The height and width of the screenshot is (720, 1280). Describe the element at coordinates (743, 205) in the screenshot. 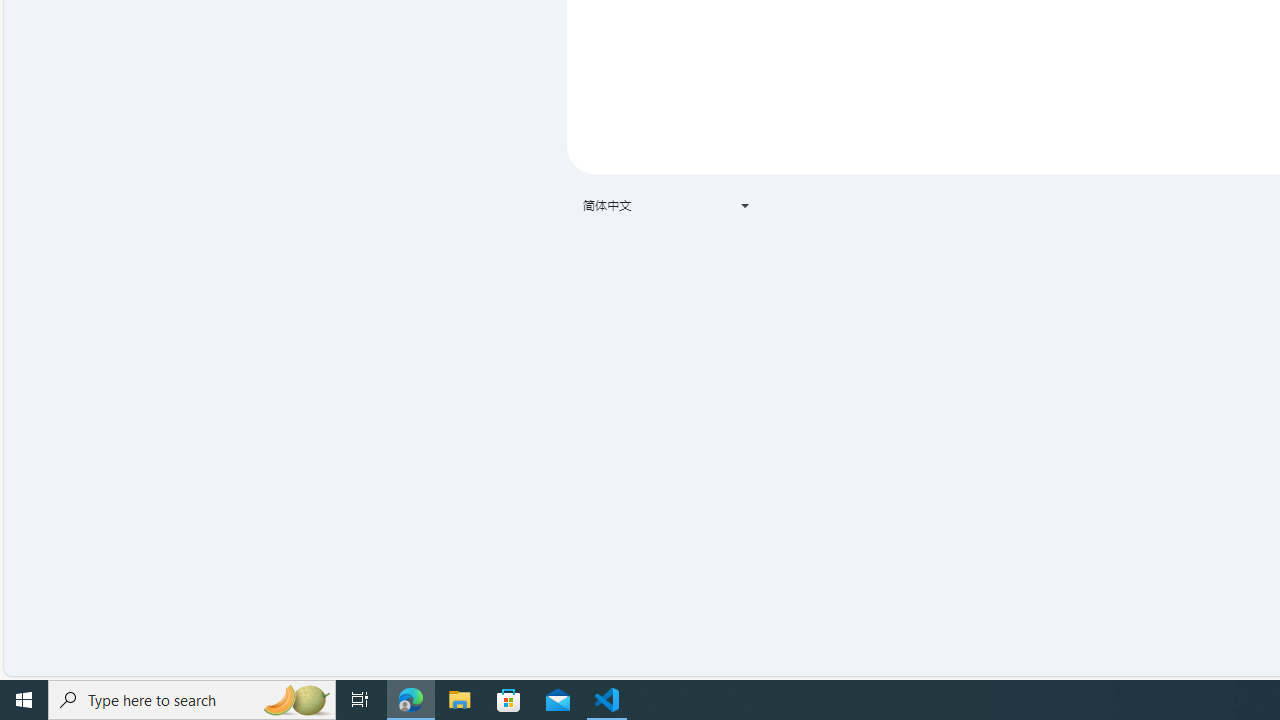

I see `'Class: VfPpkd-t08AT-Bz112c-Bd00G'` at that location.